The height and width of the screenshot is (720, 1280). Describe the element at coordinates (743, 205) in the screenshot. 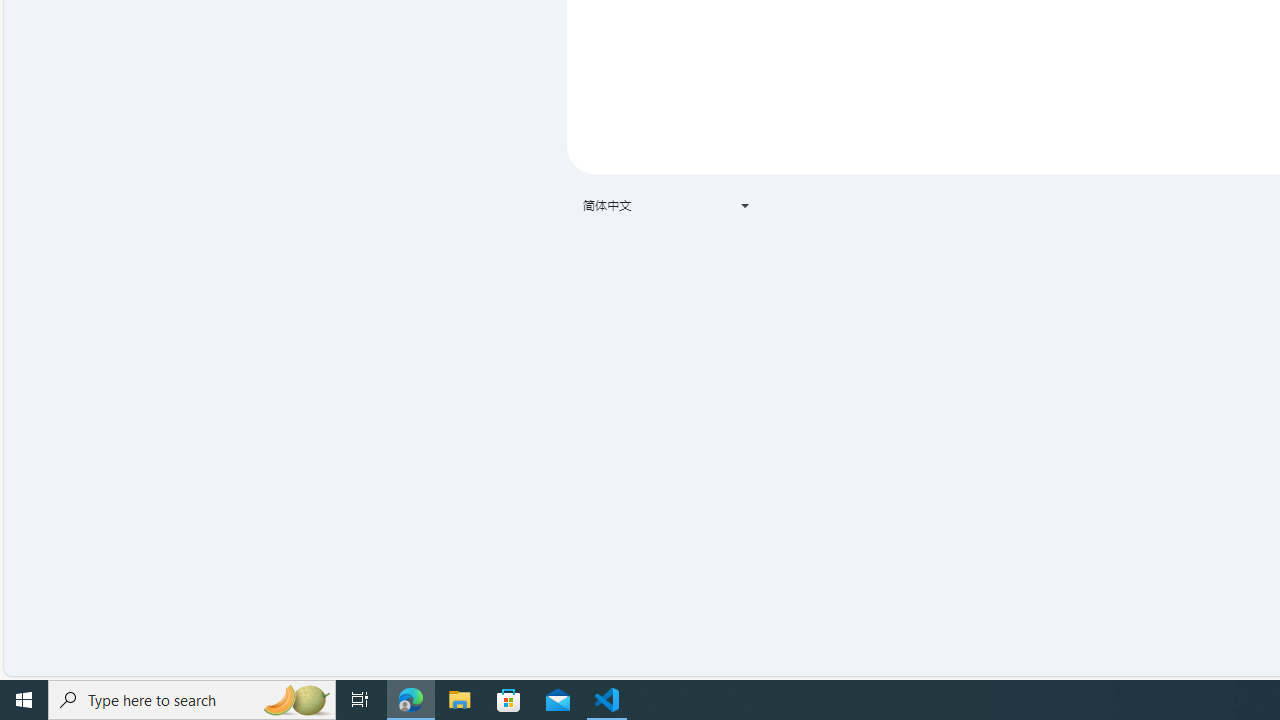

I see `'Class: VfPpkd-t08AT-Bz112c-Bd00G'` at that location.